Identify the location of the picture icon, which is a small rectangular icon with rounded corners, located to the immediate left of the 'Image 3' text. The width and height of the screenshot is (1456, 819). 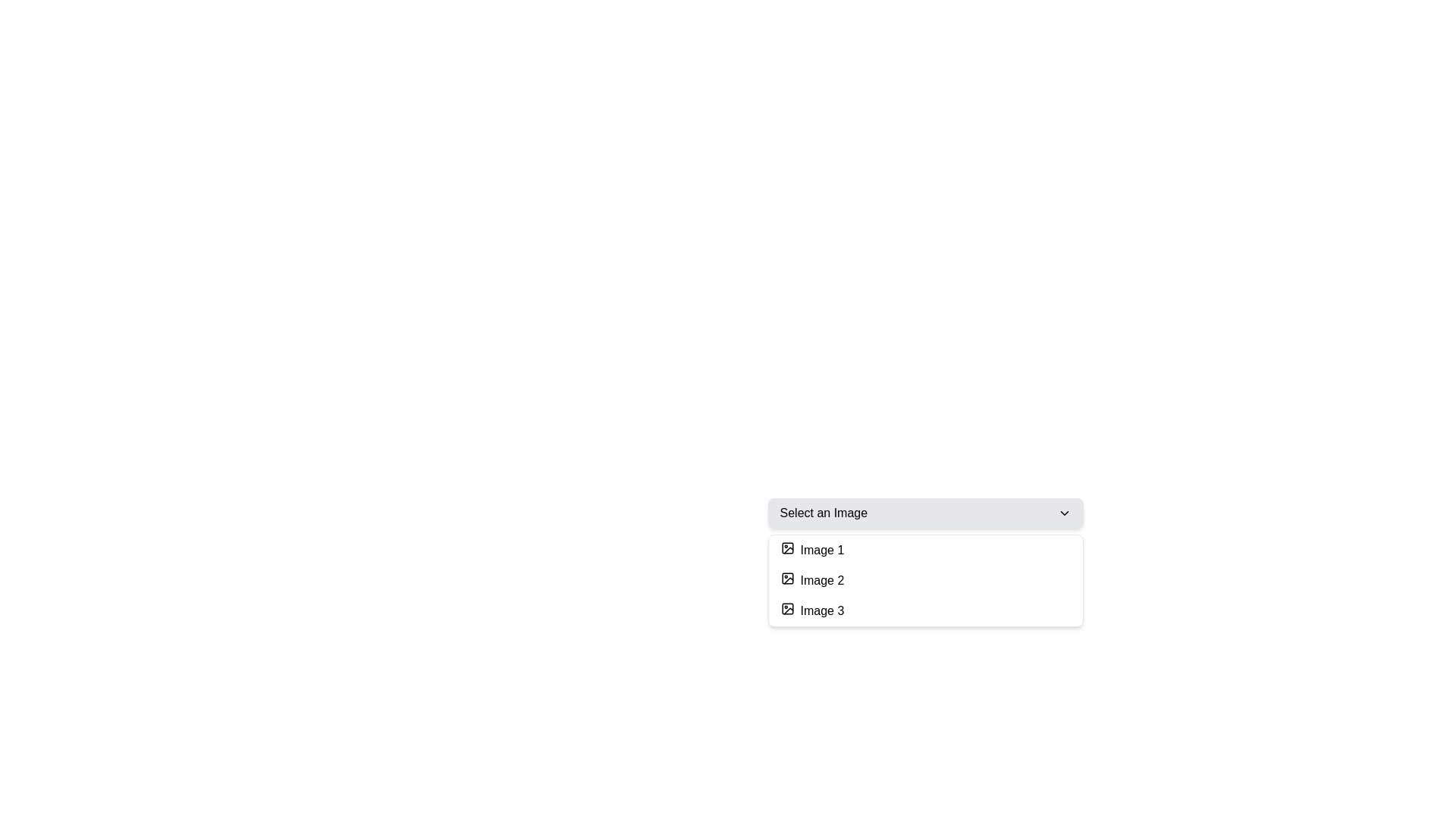
(787, 607).